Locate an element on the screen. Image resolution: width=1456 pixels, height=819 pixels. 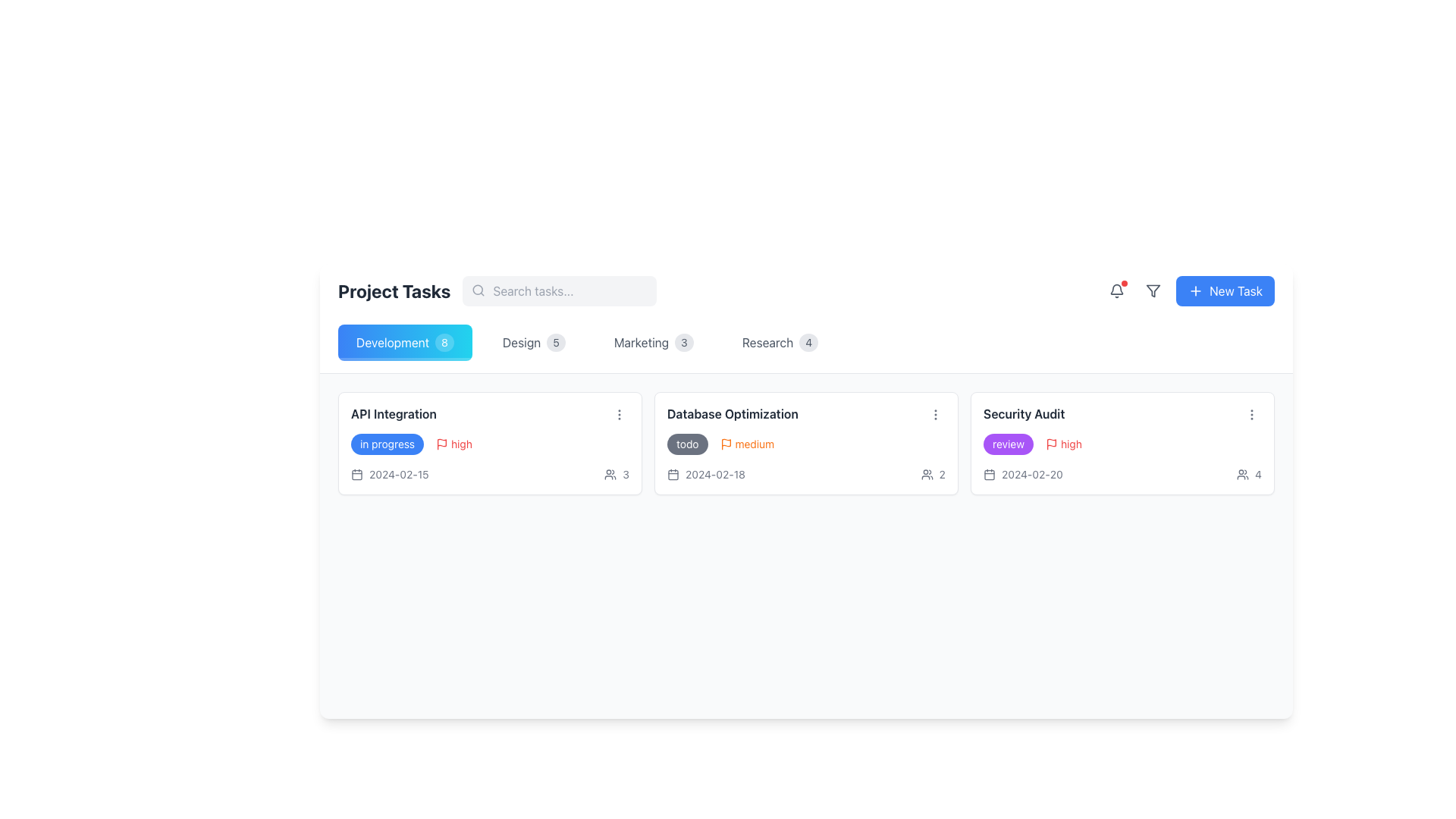
the calendar icon, which is a simple and modern icon to the left of the date '2024-02-18' in the second card of the displayed tasks is located at coordinates (673, 473).